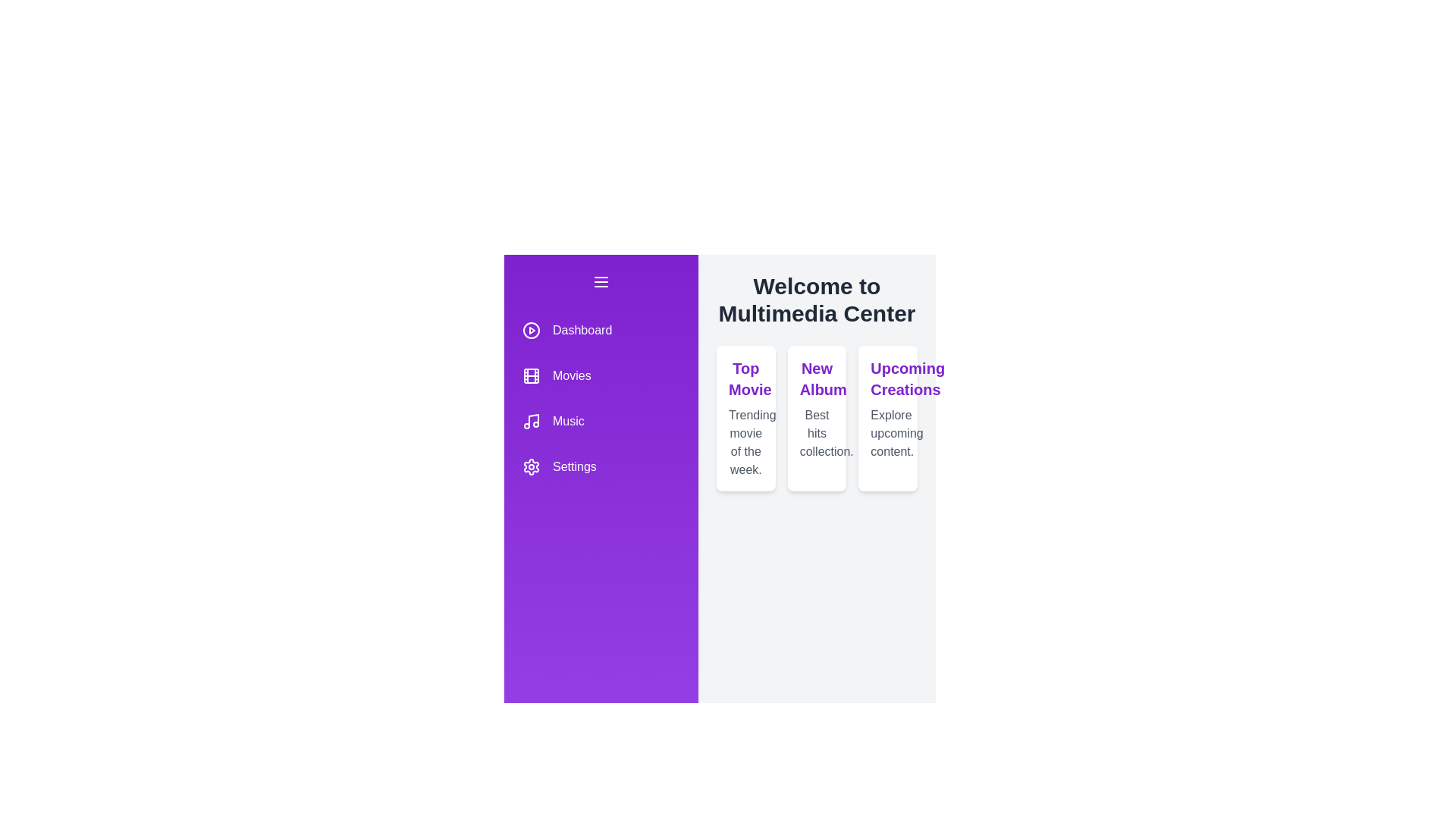 The height and width of the screenshot is (819, 1456). What do you see at coordinates (600, 466) in the screenshot?
I see `the menu item Settings to observe the hover effect` at bounding box center [600, 466].